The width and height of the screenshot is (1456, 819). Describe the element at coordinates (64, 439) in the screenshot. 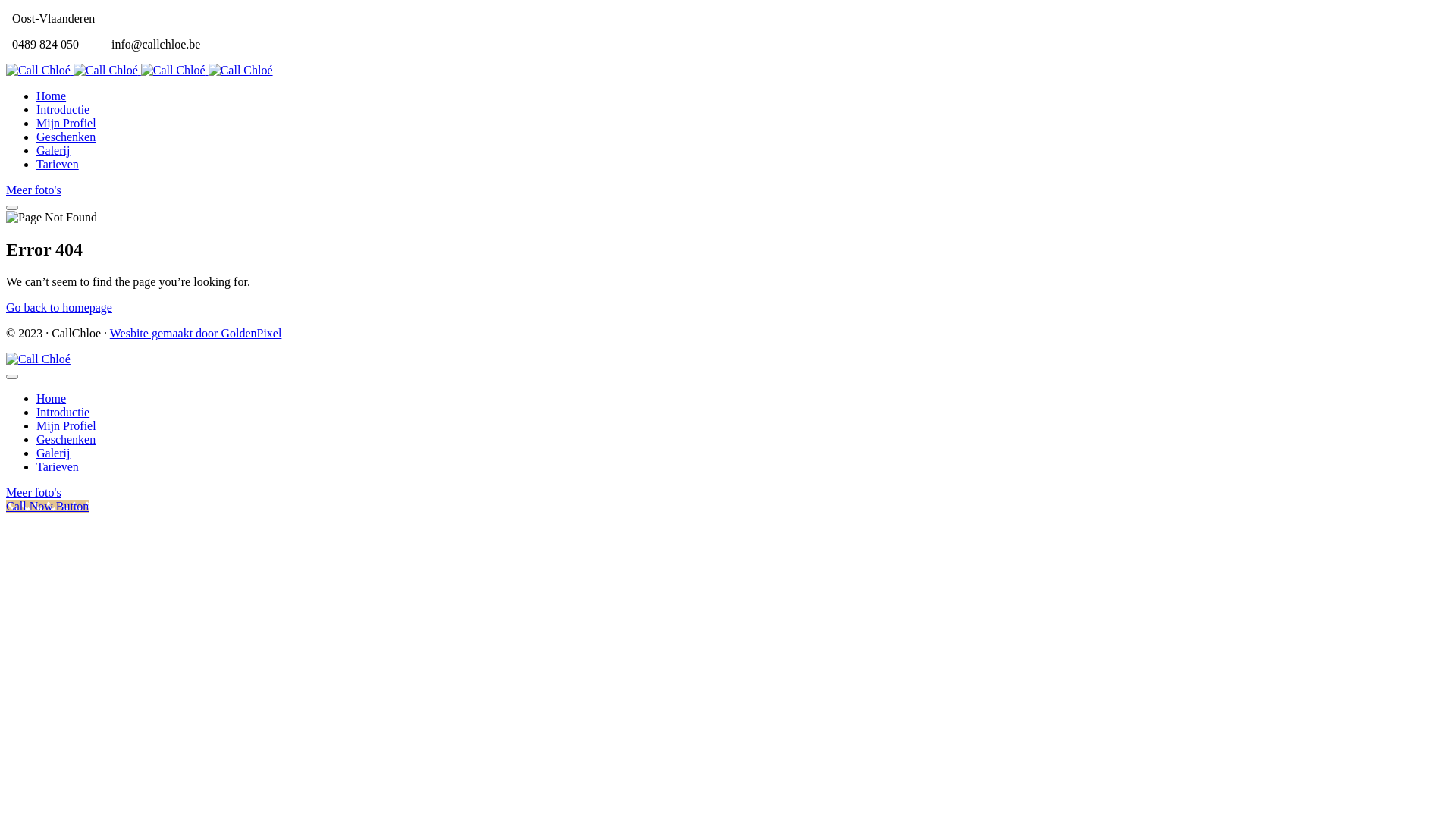

I see `'Geschenken'` at that location.